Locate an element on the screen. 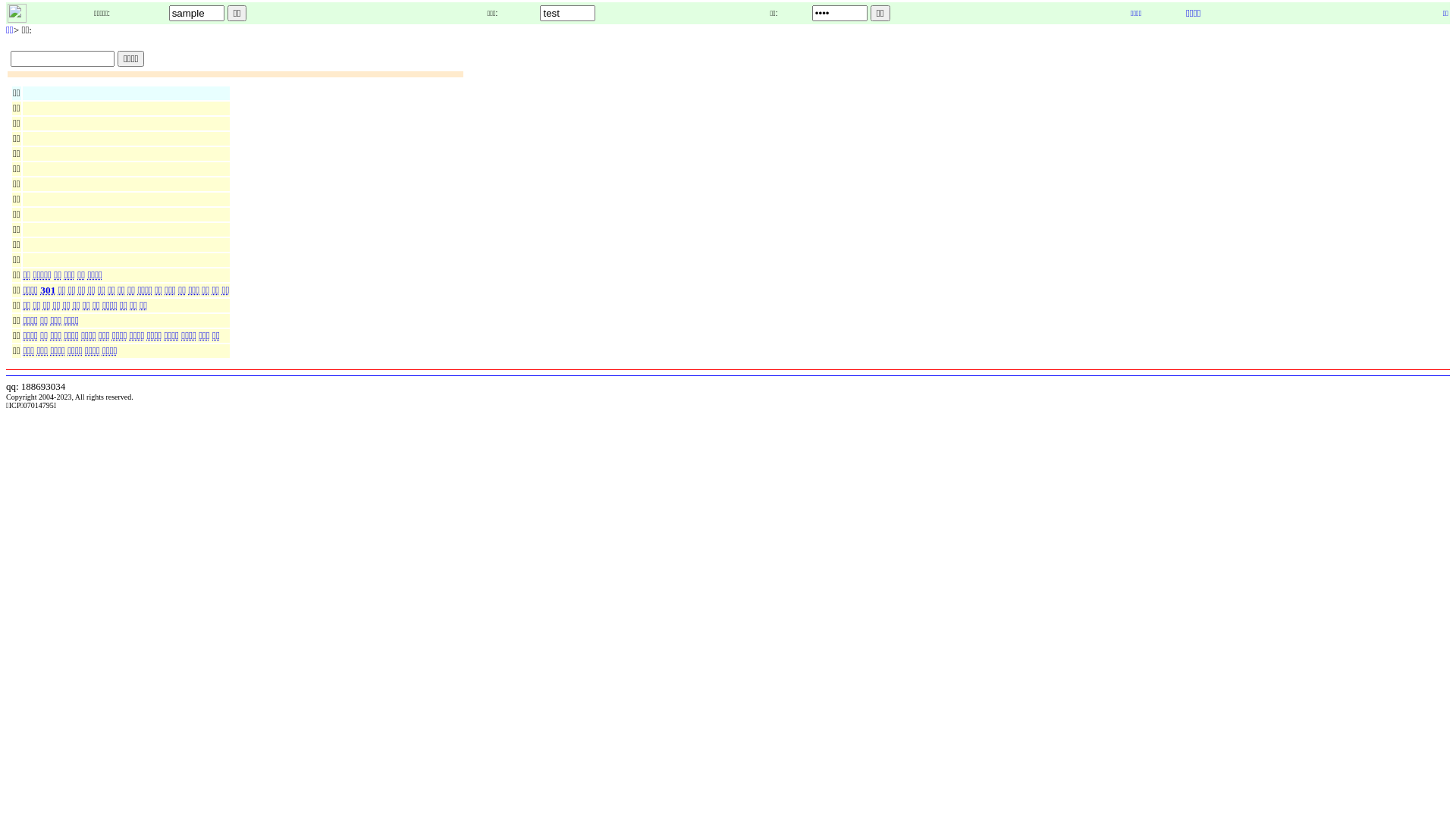 The image size is (1456, 819). '301' is located at coordinates (49, 290).